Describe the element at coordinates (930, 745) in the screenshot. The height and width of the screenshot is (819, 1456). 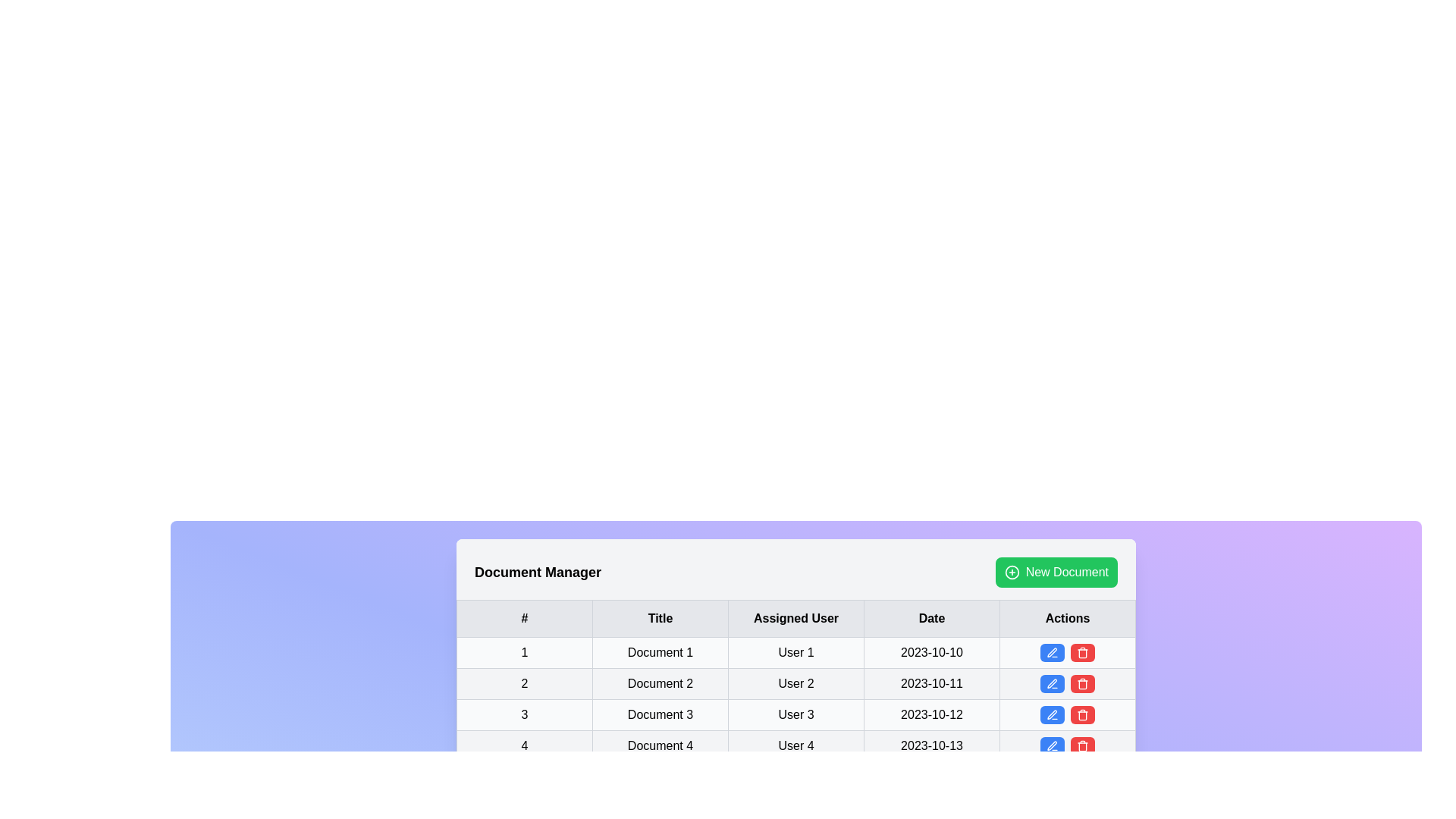
I see `the Table Cell in the 'Date' column of the fourth row` at that location.